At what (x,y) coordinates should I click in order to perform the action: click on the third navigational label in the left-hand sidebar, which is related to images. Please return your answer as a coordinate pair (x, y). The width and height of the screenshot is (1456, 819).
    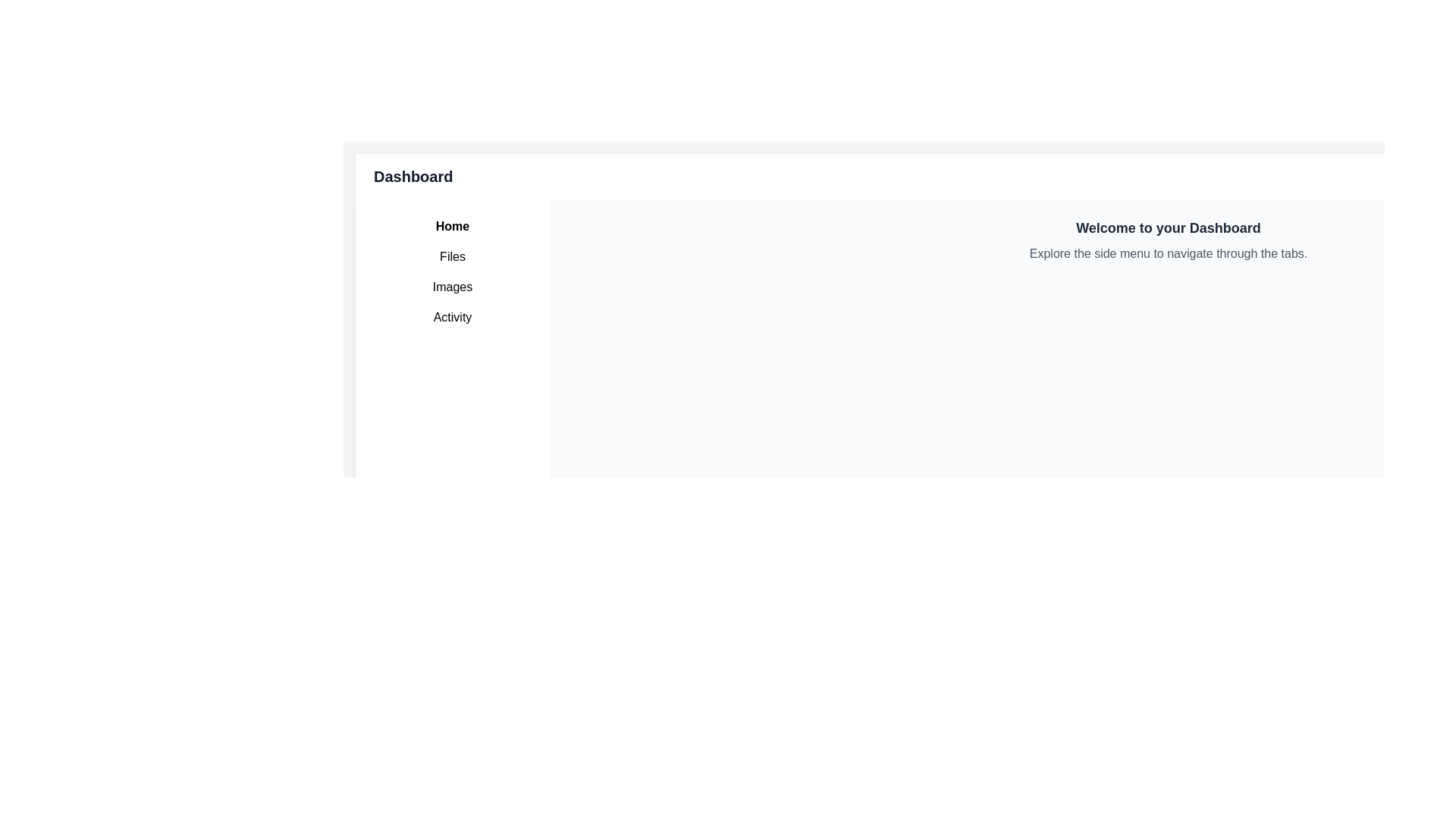
    Looking at the image, I should click on (451, 287).